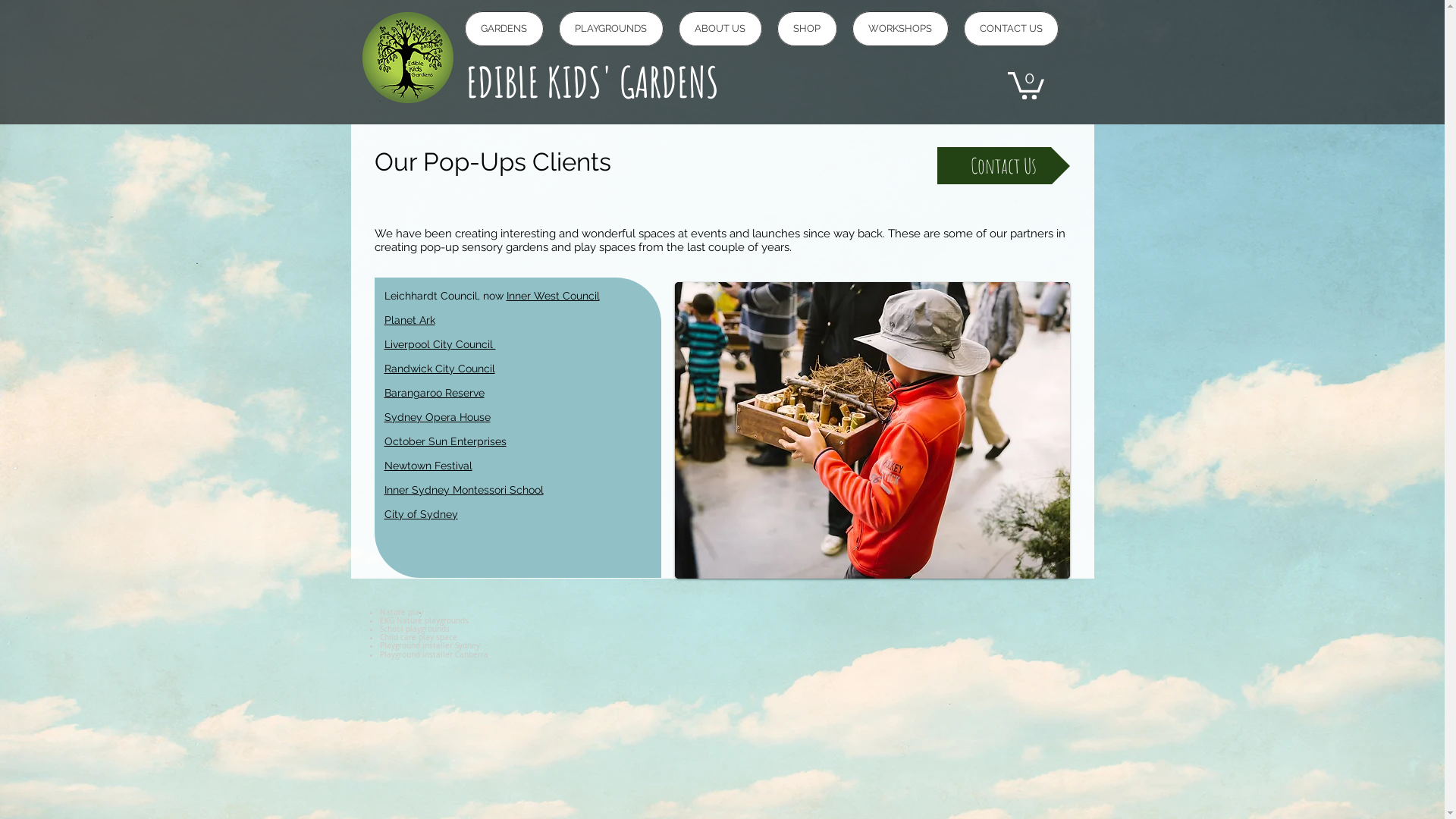 Image resolution: width=1456 pixels, height=819 pixels. Describe the element at coordinates (409, 318) in the screenshot. I see `'Planet Ark'` at that location.